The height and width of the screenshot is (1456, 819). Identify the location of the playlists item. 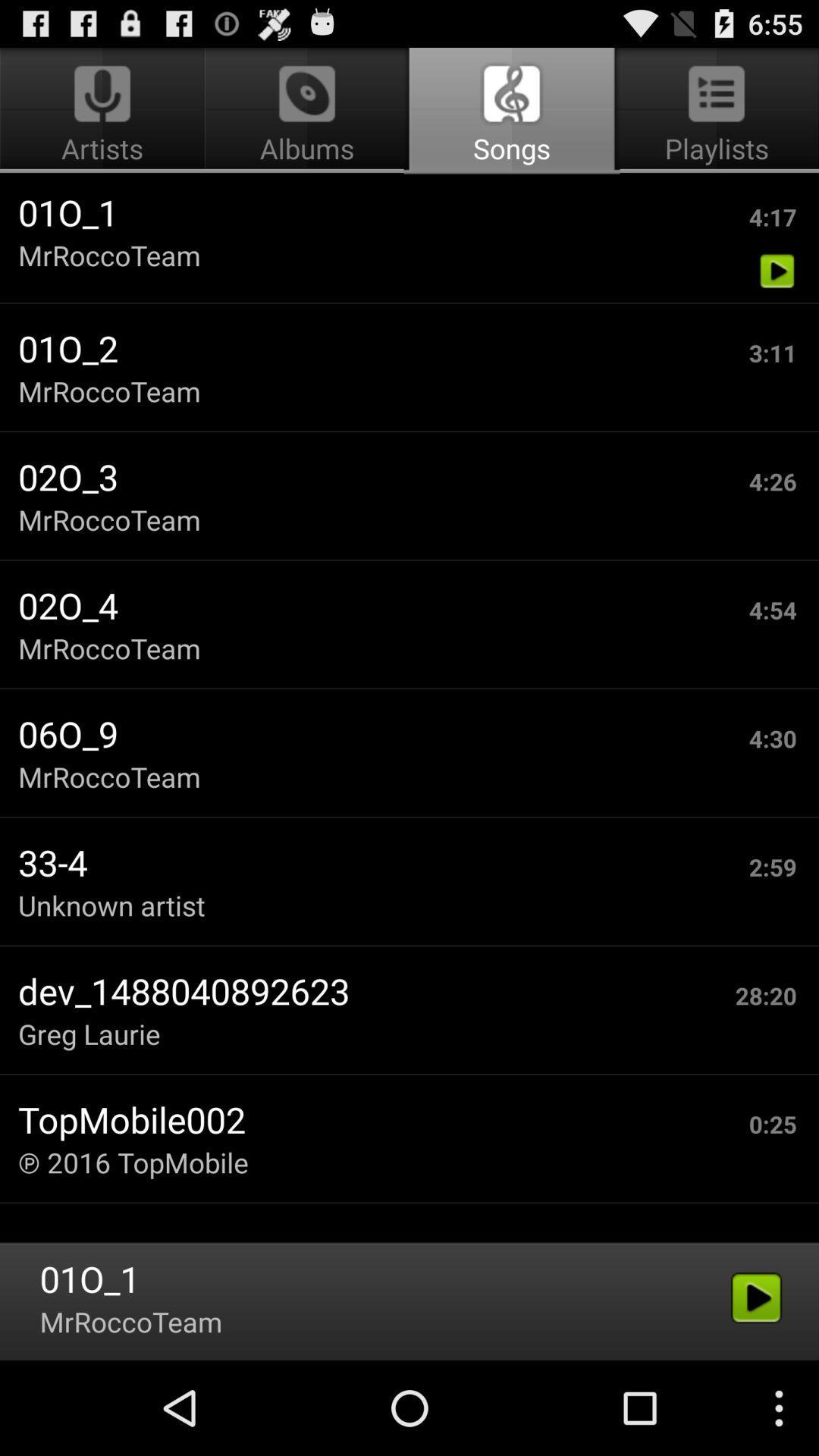
(714, 111).